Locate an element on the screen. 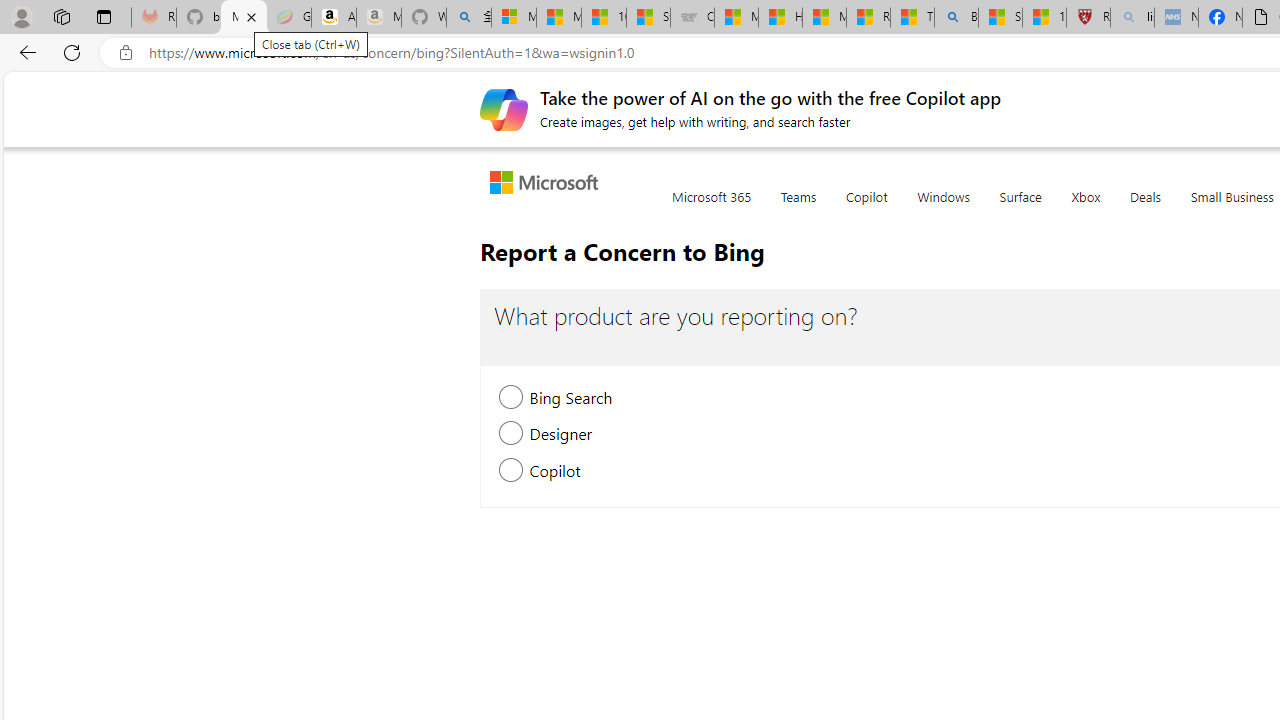 The width and height of the screenshot is (1280, 720). 'Surface' is located at coordinates (1020, 209).